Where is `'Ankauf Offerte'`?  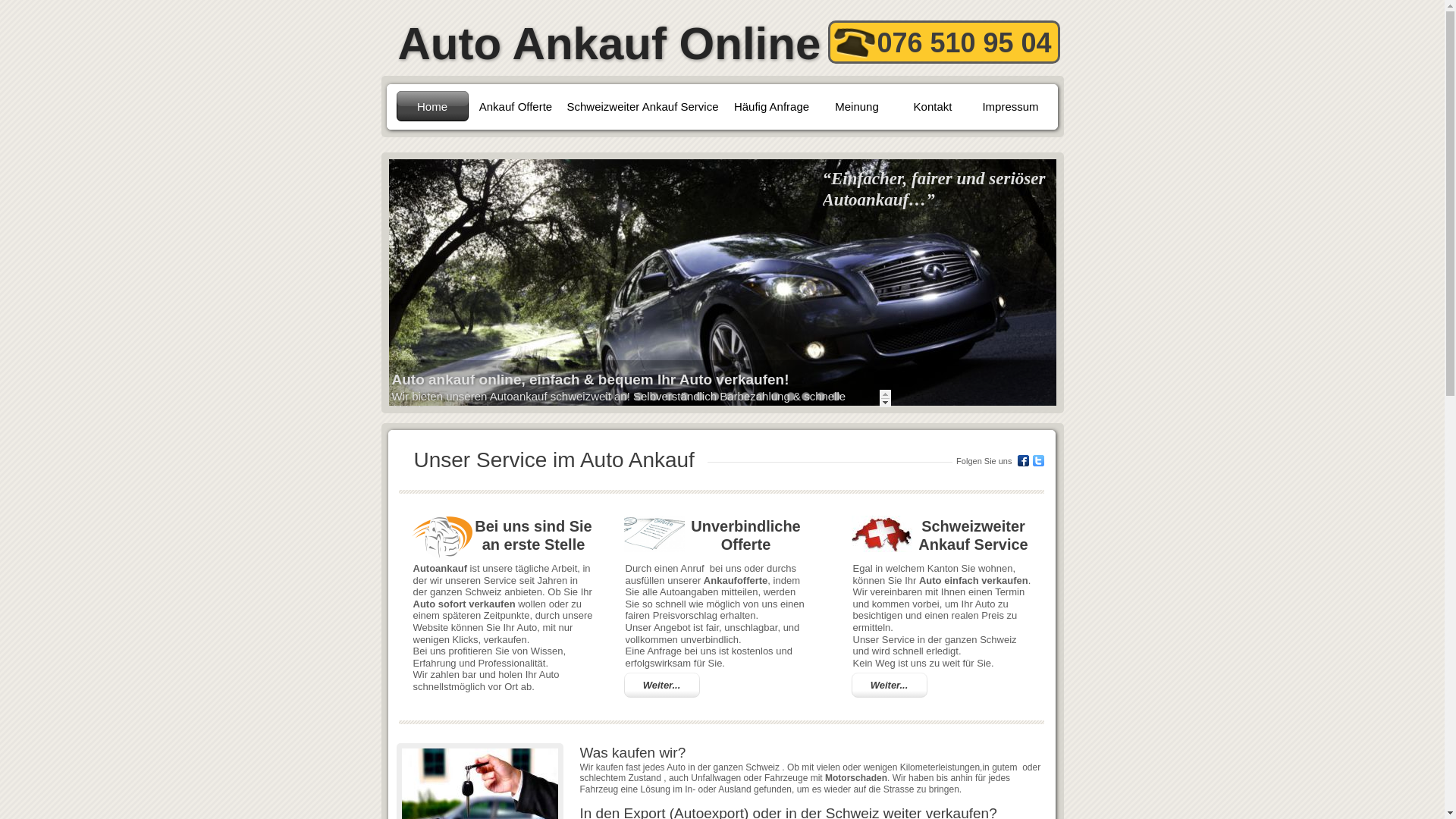 'Ankauf Offerte' is located at coordinates (515, 105).